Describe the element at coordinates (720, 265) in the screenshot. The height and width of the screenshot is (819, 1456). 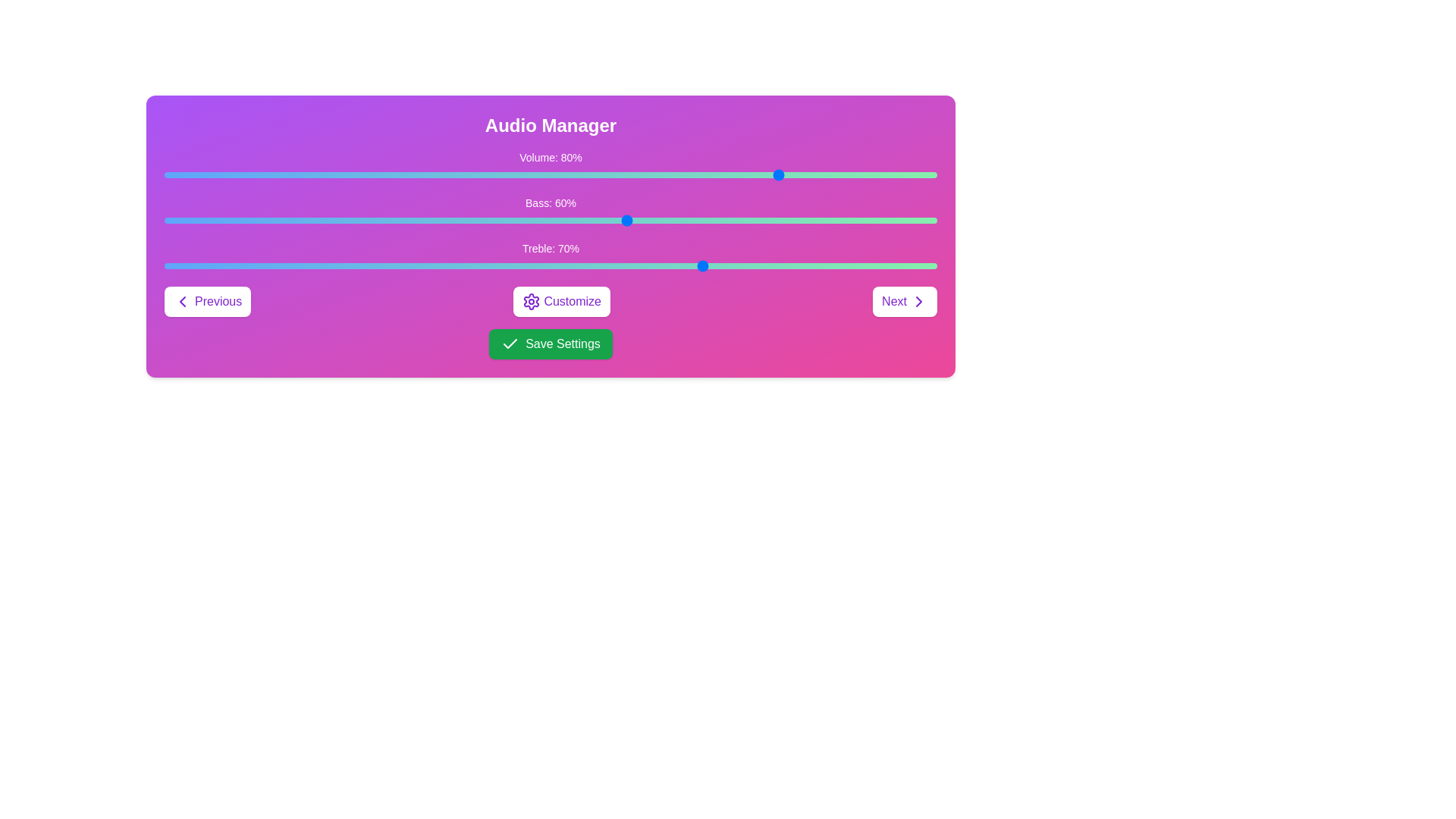
I see `treble` at that location.